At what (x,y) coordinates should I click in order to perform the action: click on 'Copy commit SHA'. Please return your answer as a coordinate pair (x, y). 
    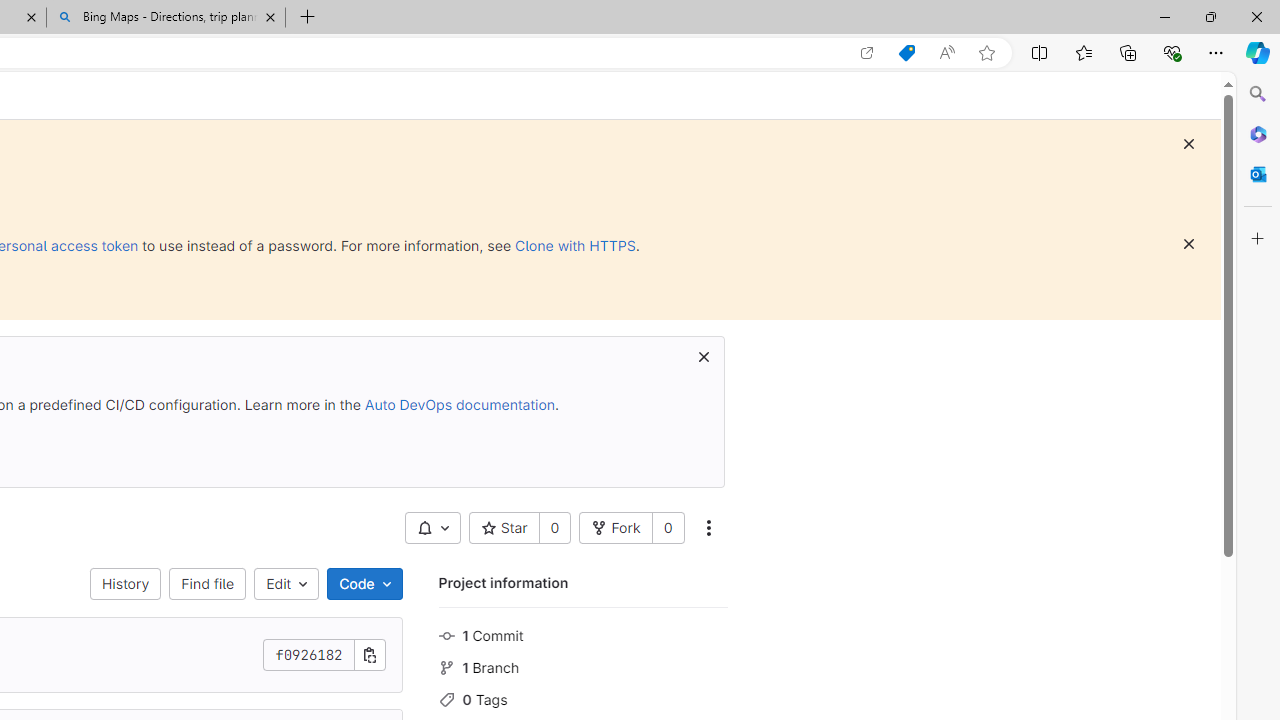
    Looking at the image, I should click on (369, 655).